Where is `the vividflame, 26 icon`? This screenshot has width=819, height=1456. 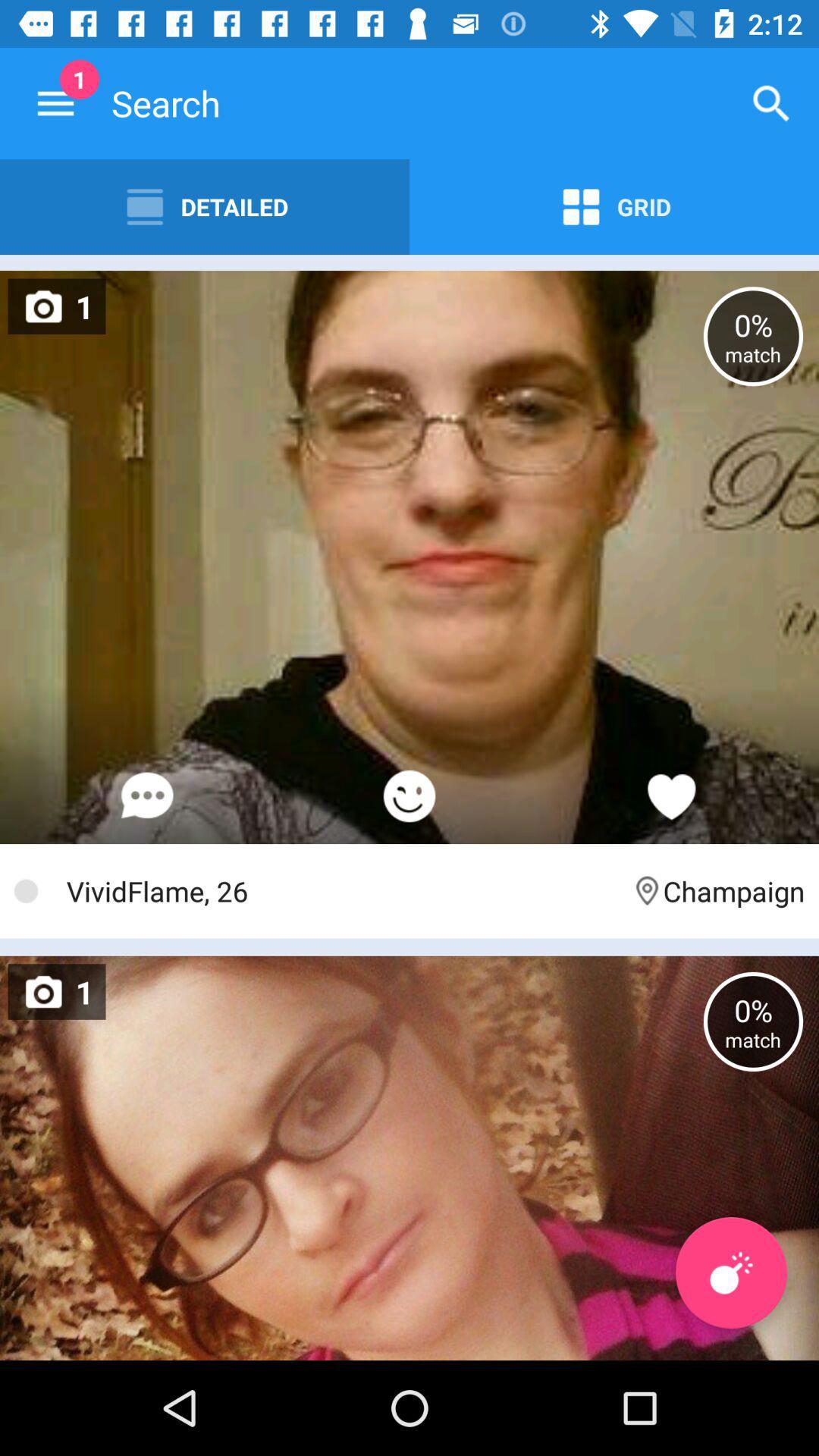 the vividflame, 26 icon is located at coordinates (341, 891).